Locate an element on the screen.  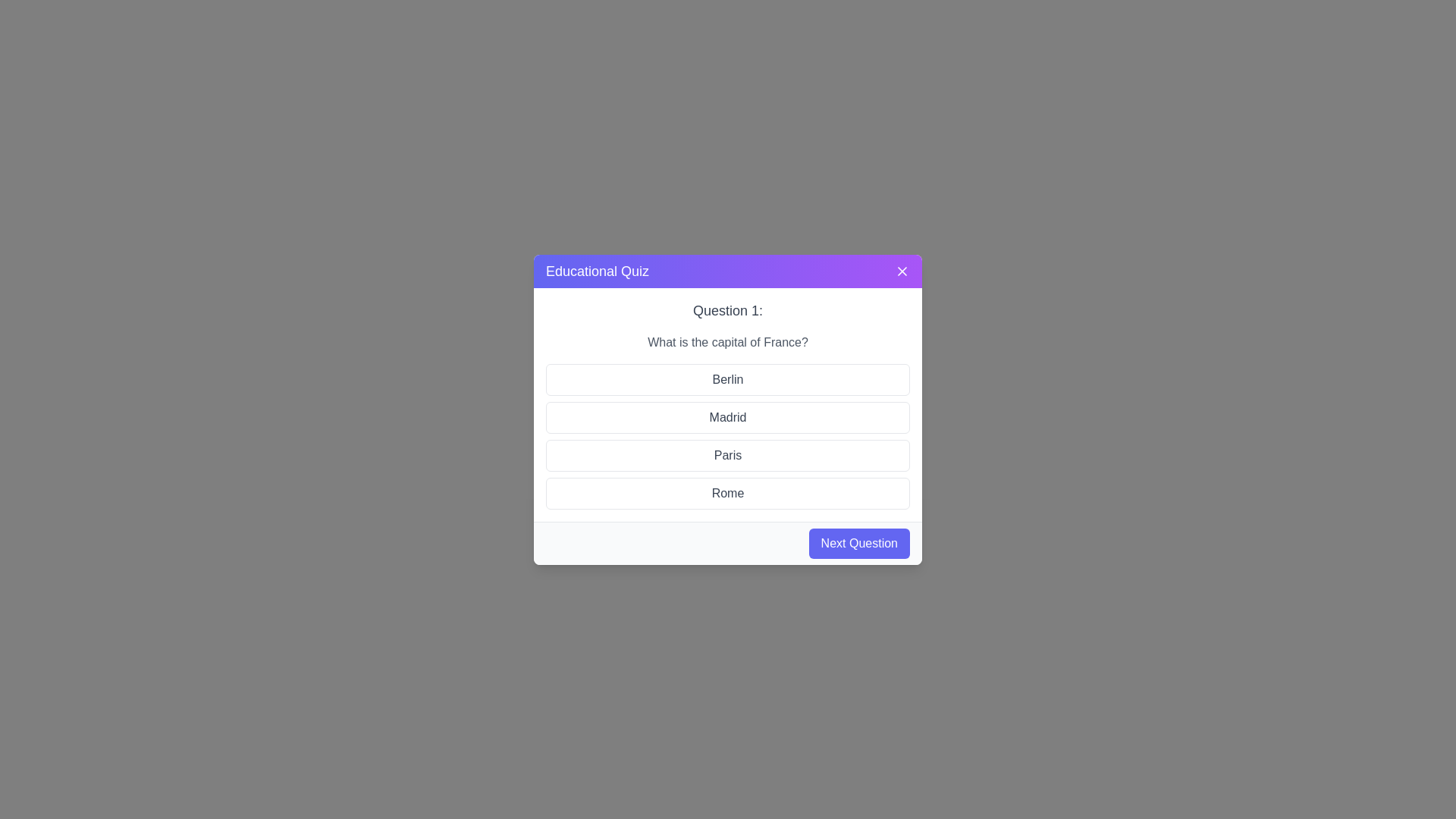
the button is located at coordinates (728, 409).